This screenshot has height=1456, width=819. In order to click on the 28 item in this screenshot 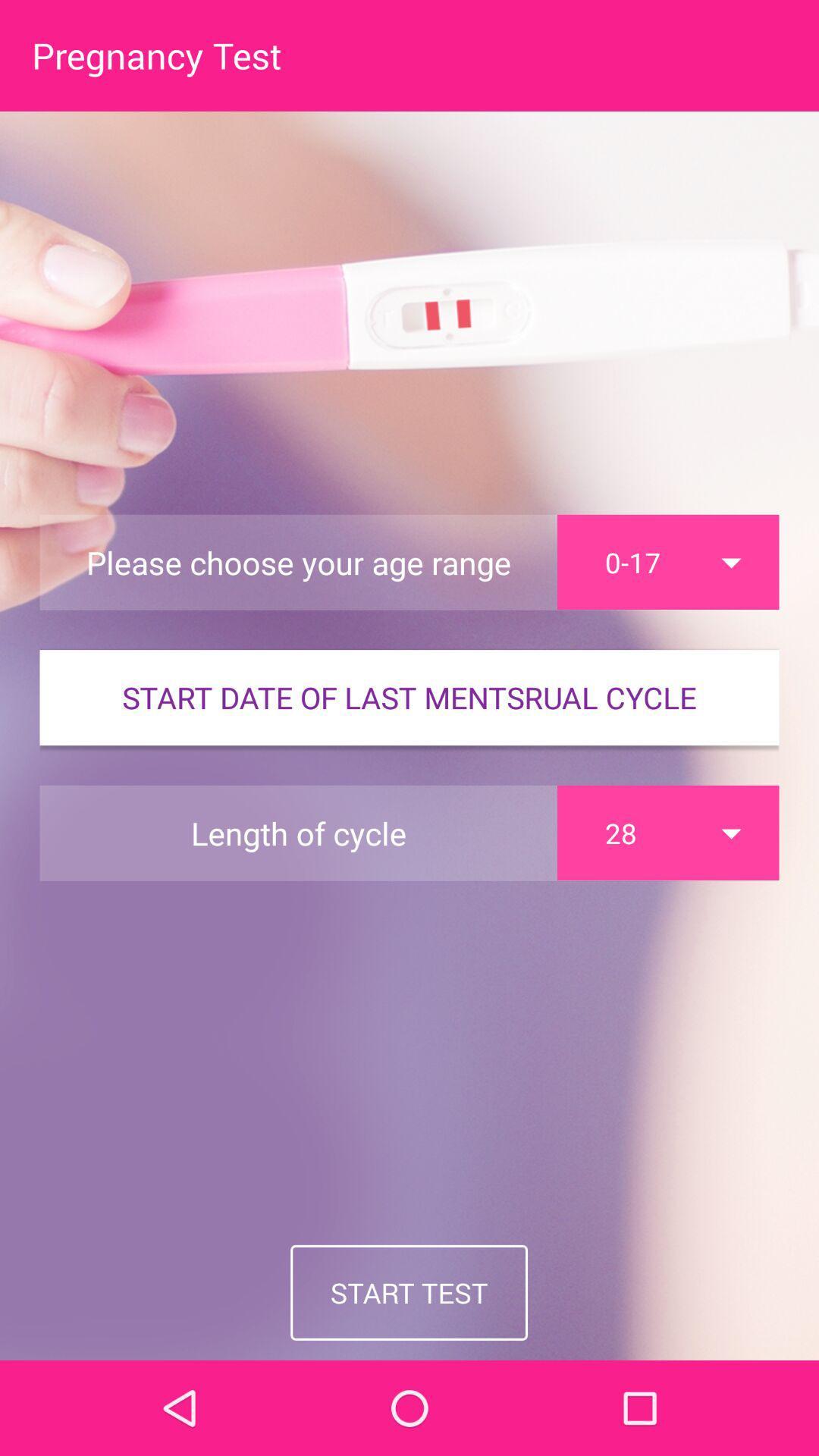, I will do `click(667, 832)`.